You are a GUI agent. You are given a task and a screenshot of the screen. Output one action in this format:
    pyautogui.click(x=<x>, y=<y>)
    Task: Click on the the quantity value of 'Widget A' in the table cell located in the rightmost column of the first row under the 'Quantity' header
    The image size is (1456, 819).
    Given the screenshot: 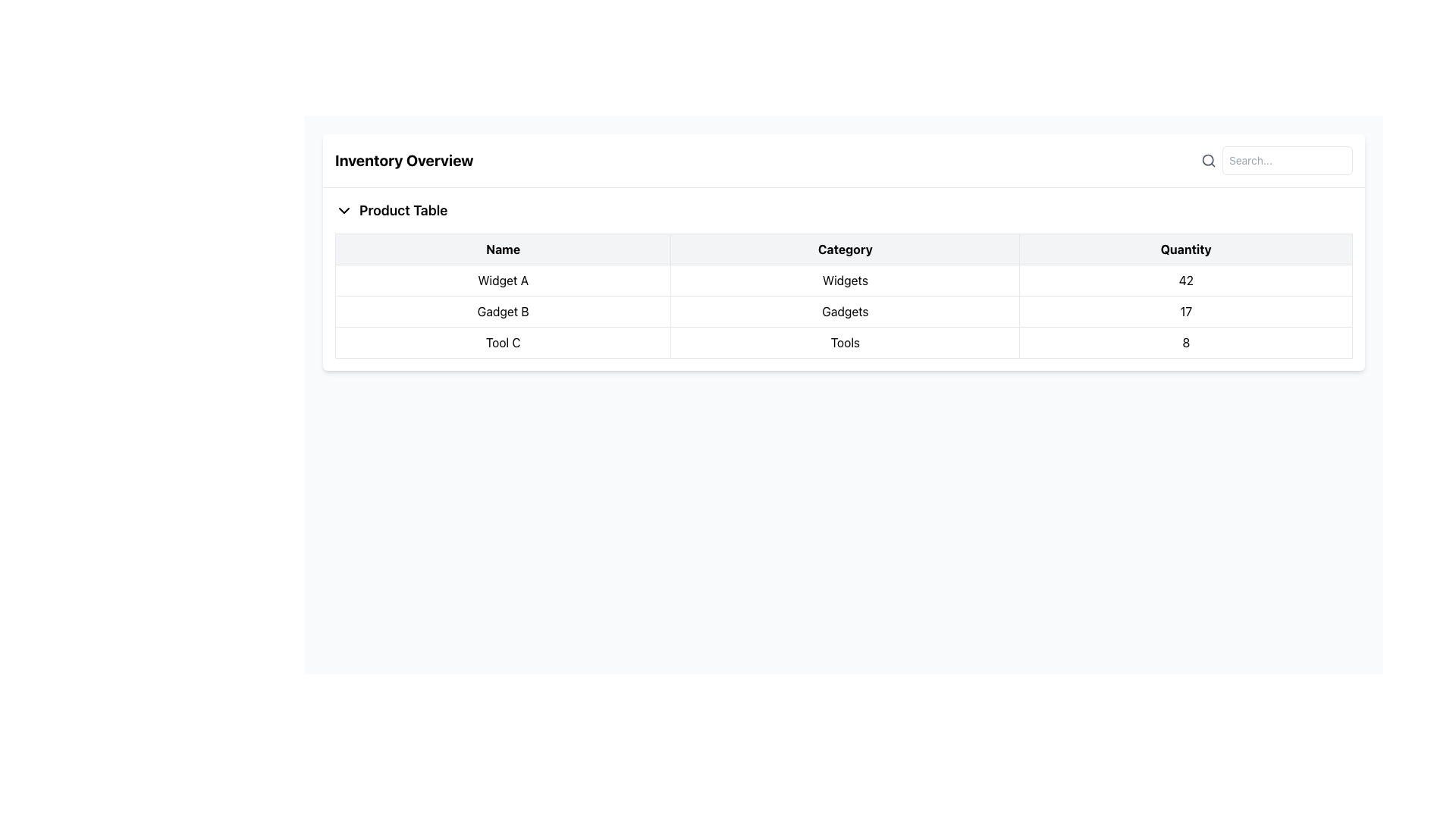 What is the action you would take?
    pyautogui.click(x=1185, y=281)
    